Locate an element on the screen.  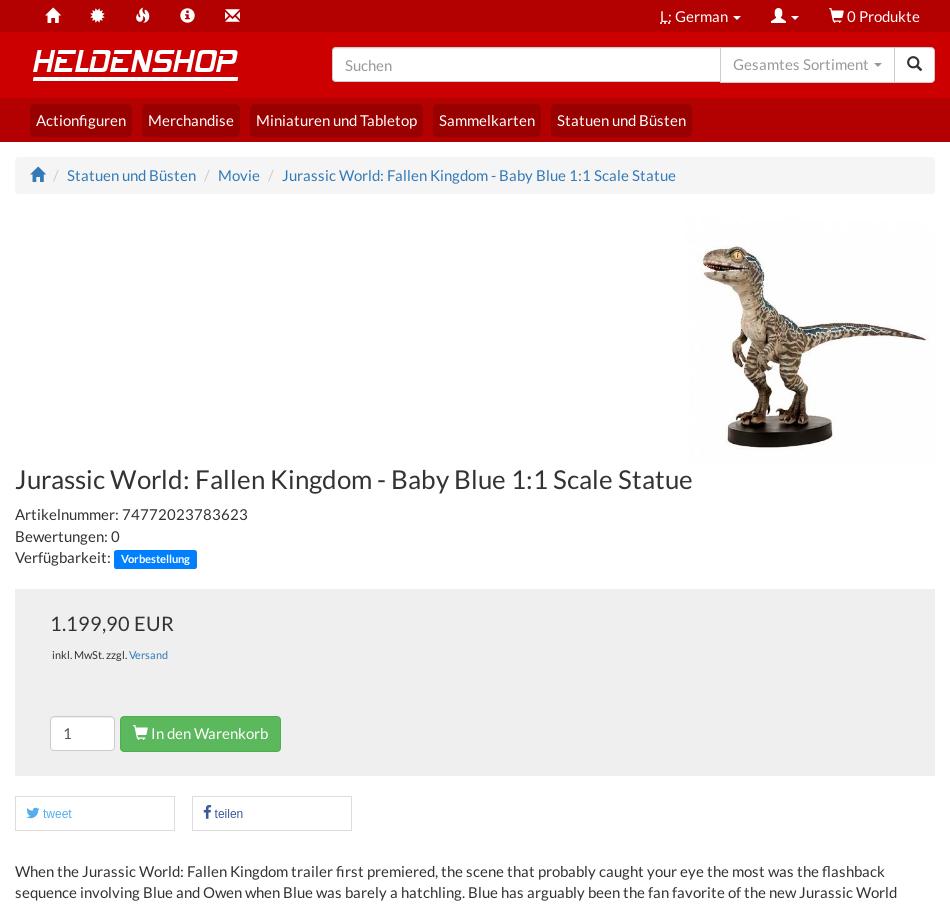
'Movie' is located at coordinates (238, 172).